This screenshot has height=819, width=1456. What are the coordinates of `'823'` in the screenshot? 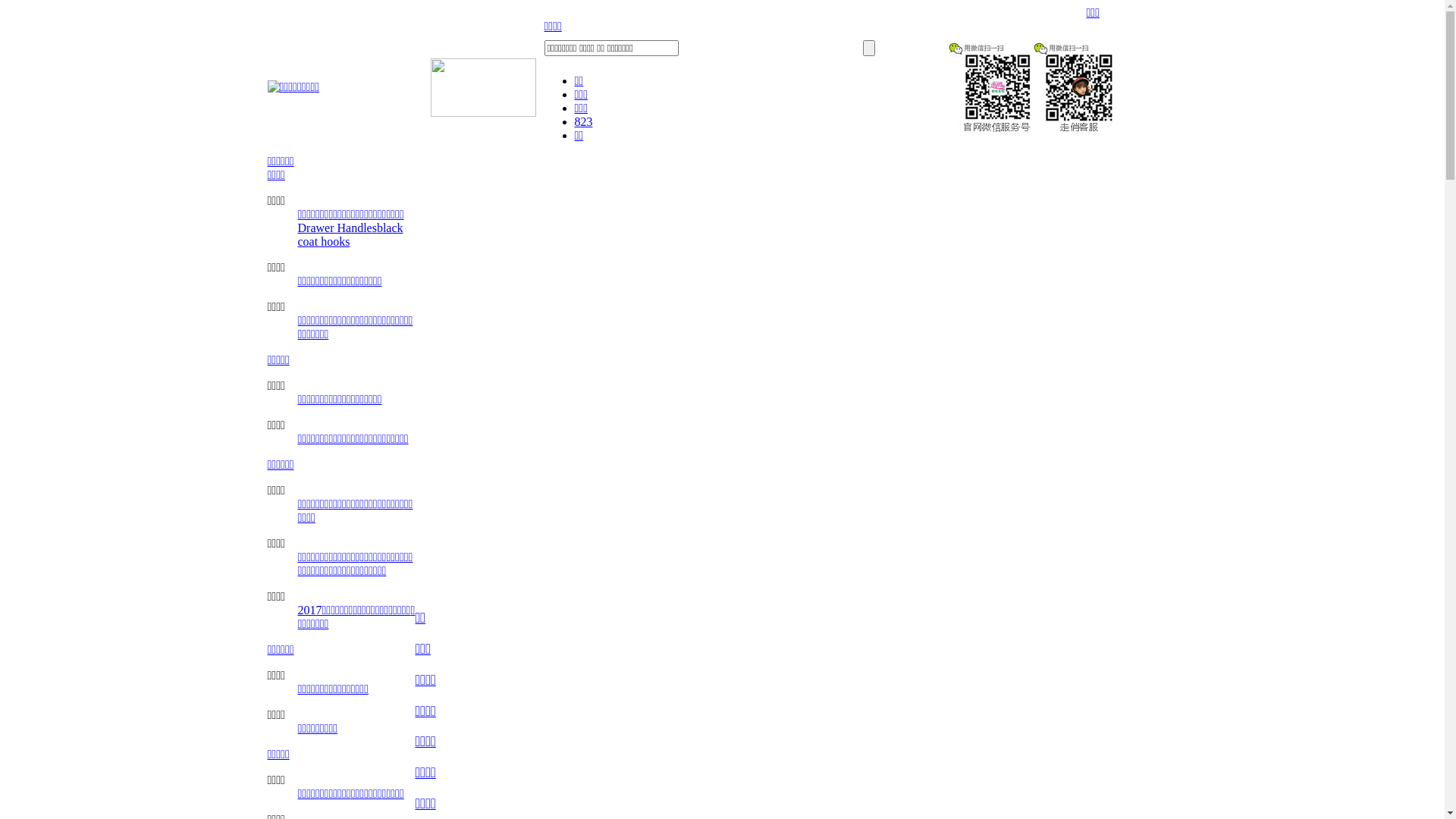 It's located at (582, 121).